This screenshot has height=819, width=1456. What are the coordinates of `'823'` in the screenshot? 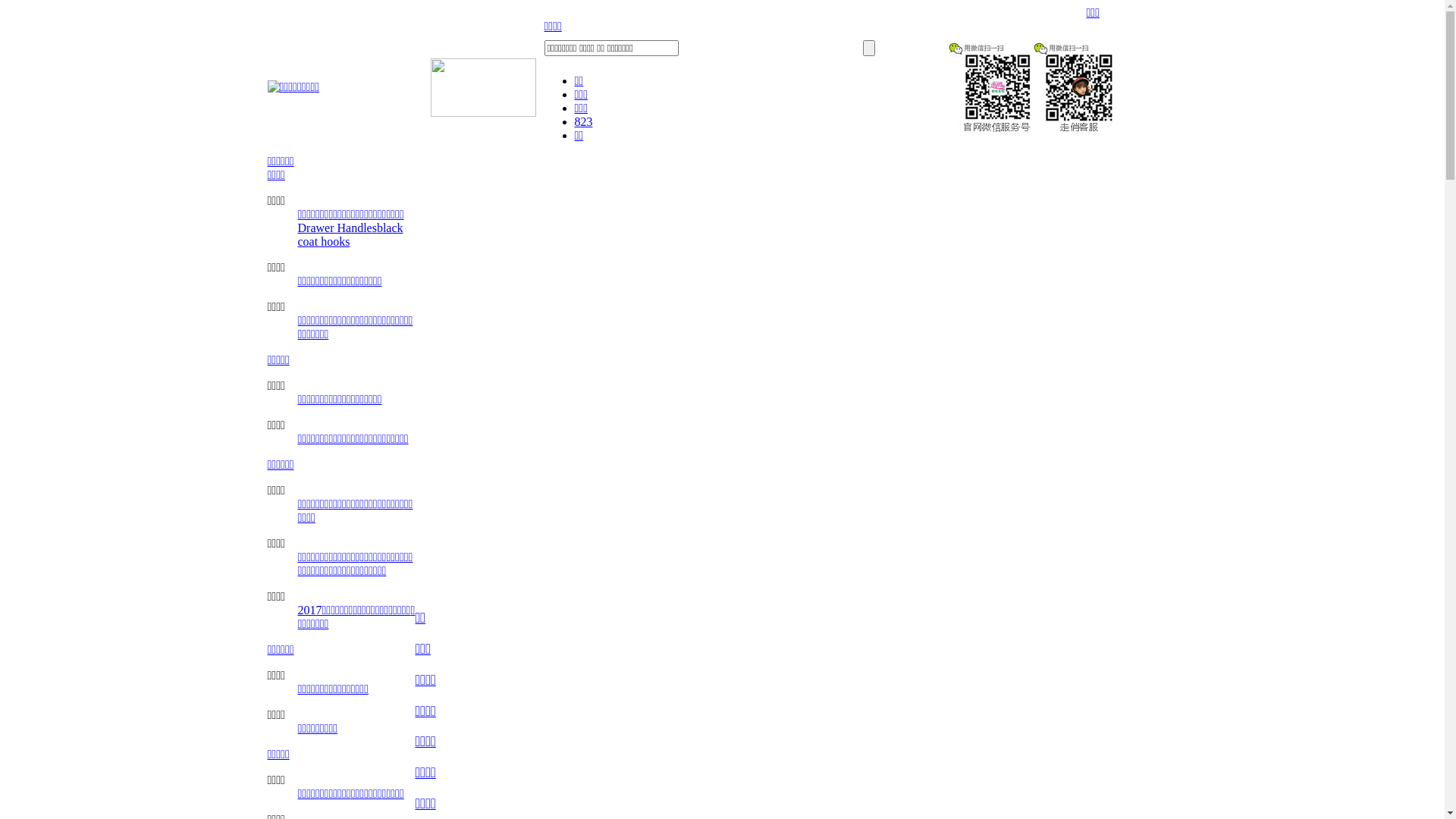 It's located at (582, 121).